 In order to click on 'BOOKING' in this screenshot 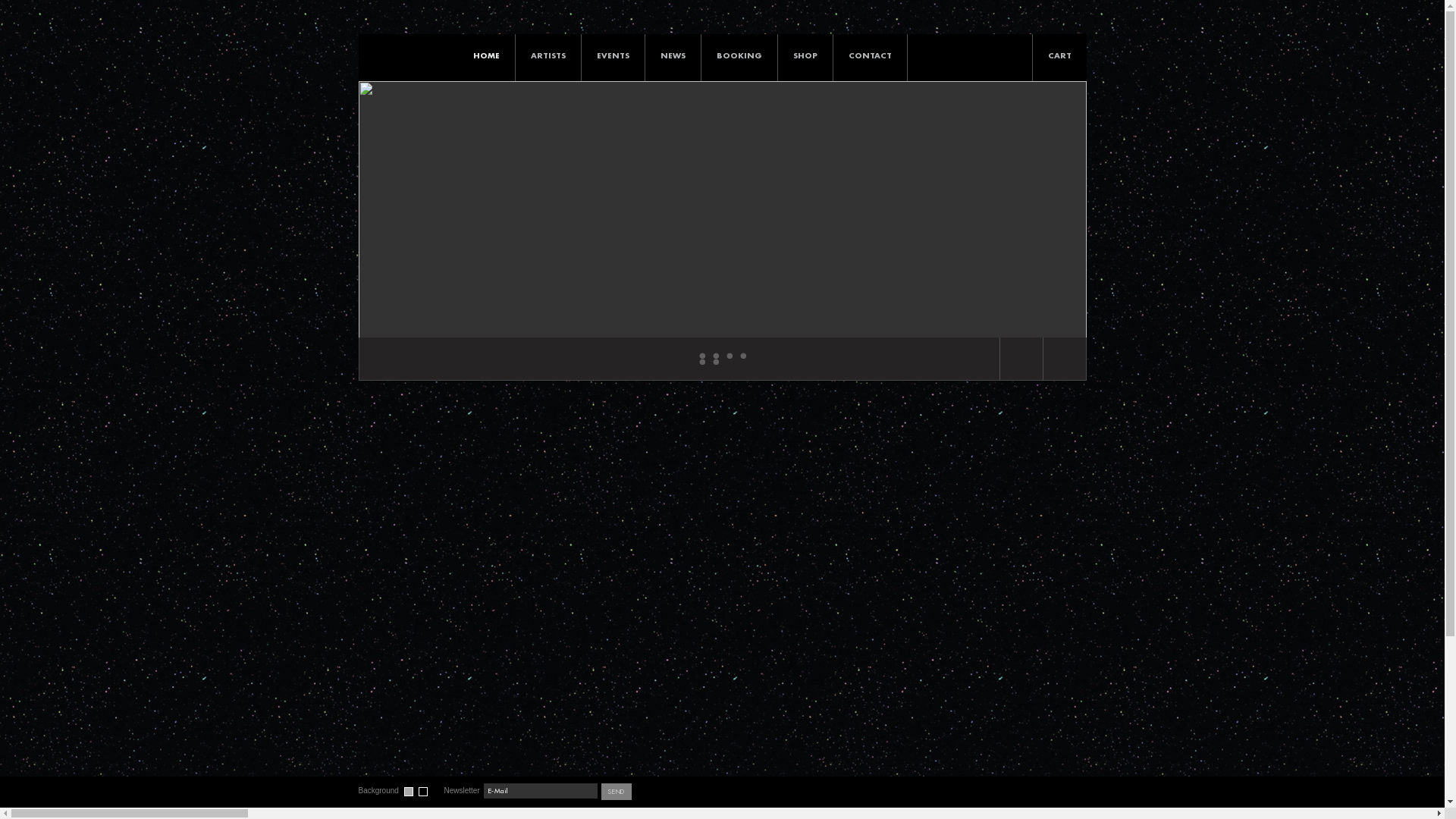, I will do `click(739, 55)`.